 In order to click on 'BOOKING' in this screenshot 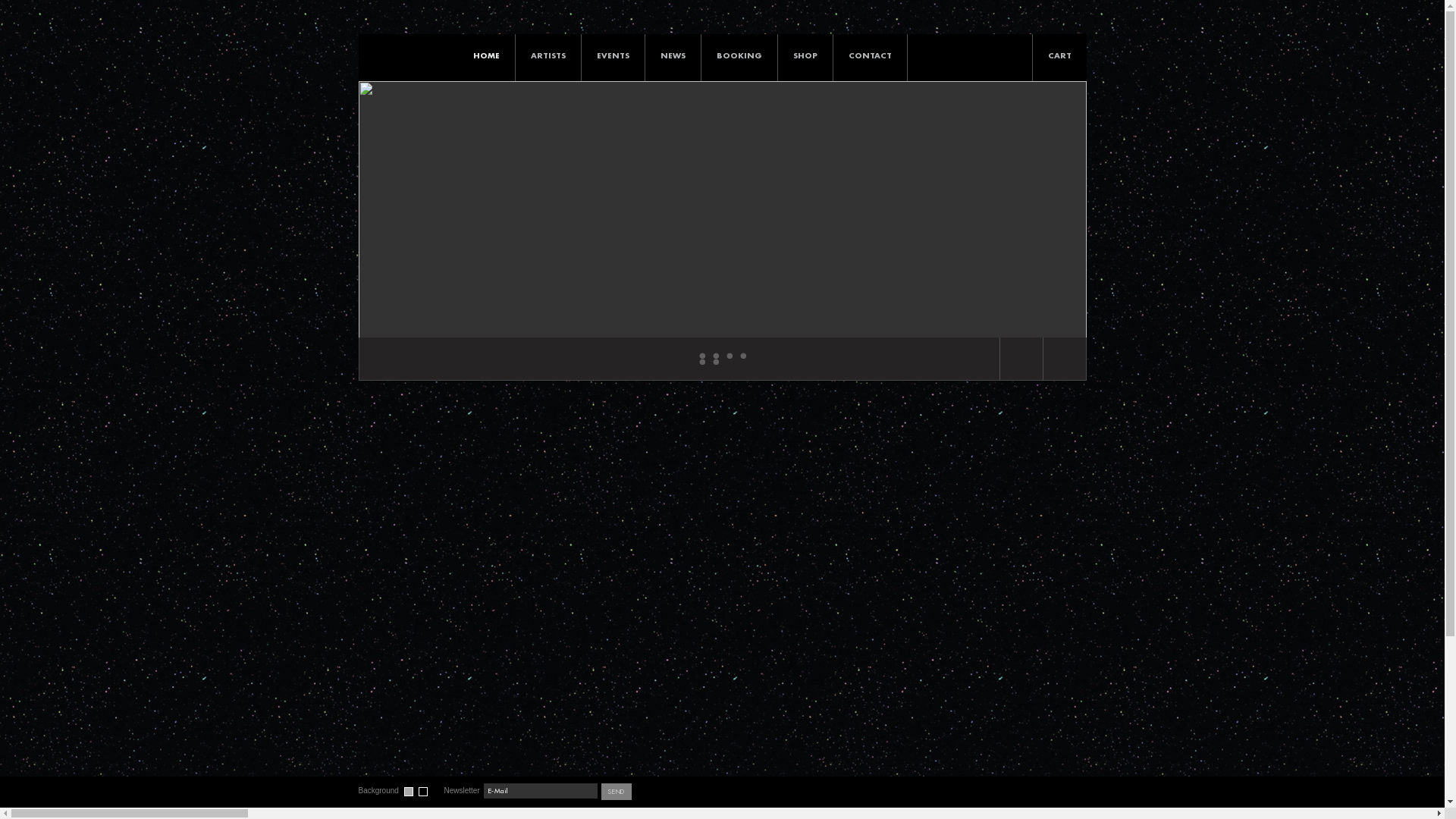, I will do `click(739, 55)`.